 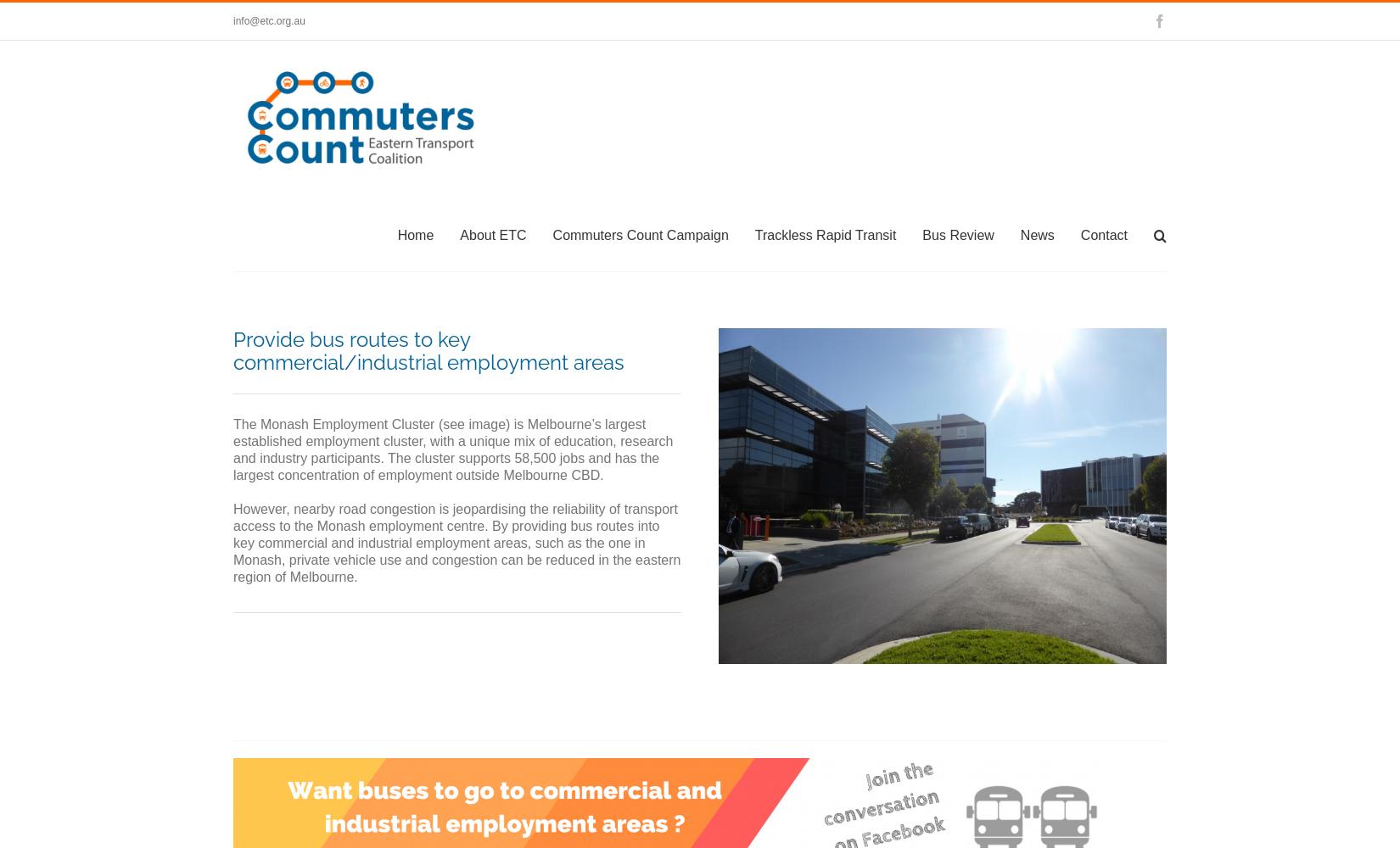 I want to click on 'Trackless Rapid Transit', so click(x=825, y=234).